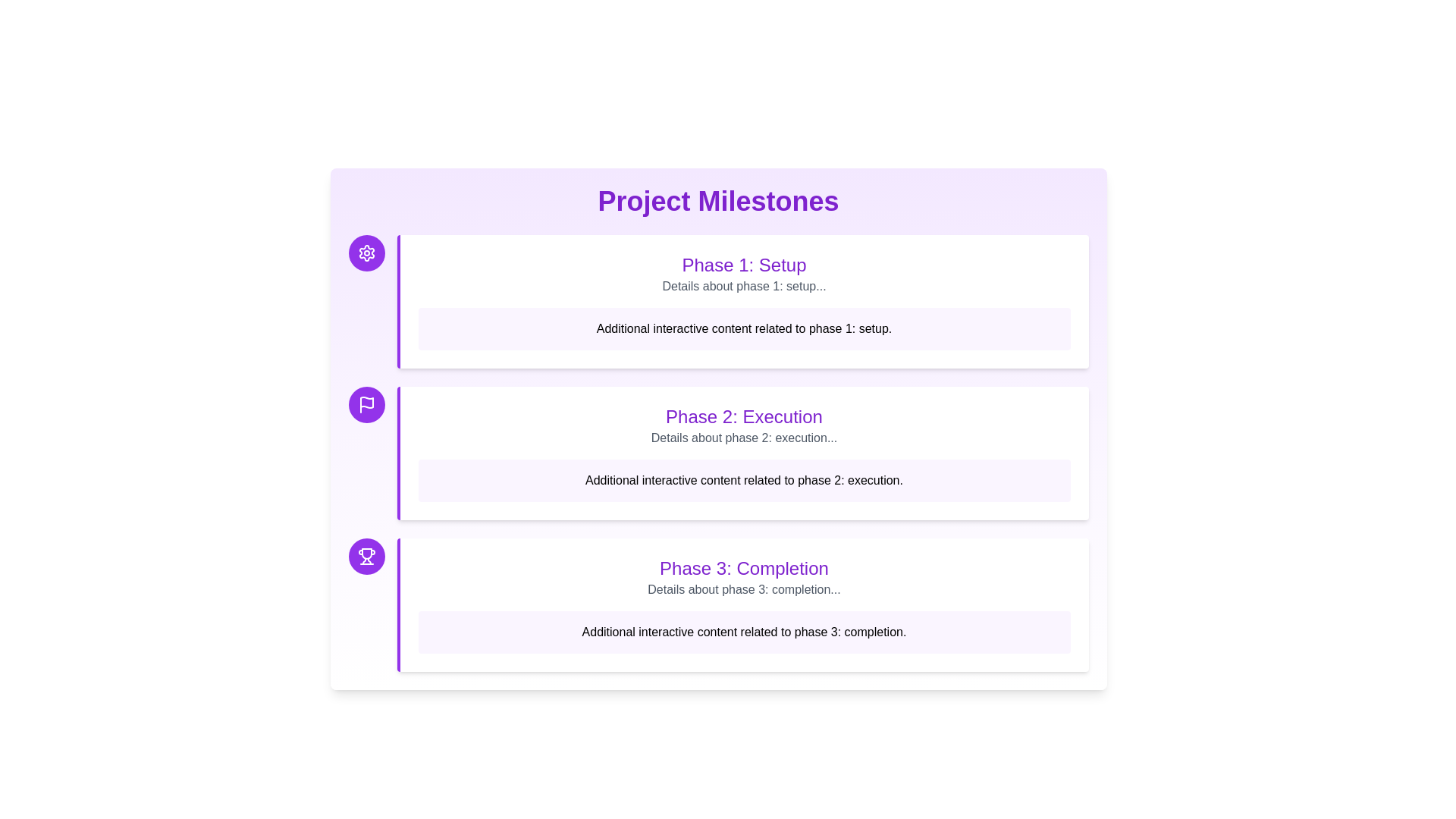 This screenshot has height=819, width=1456. What do you see at coordinates (744, 438) in the screenshot?
I see `static text element that provides descriptive information about 'Phase 2: Execution', which is centrally aligned and located below the heading text` at bounding box center [744, 438].